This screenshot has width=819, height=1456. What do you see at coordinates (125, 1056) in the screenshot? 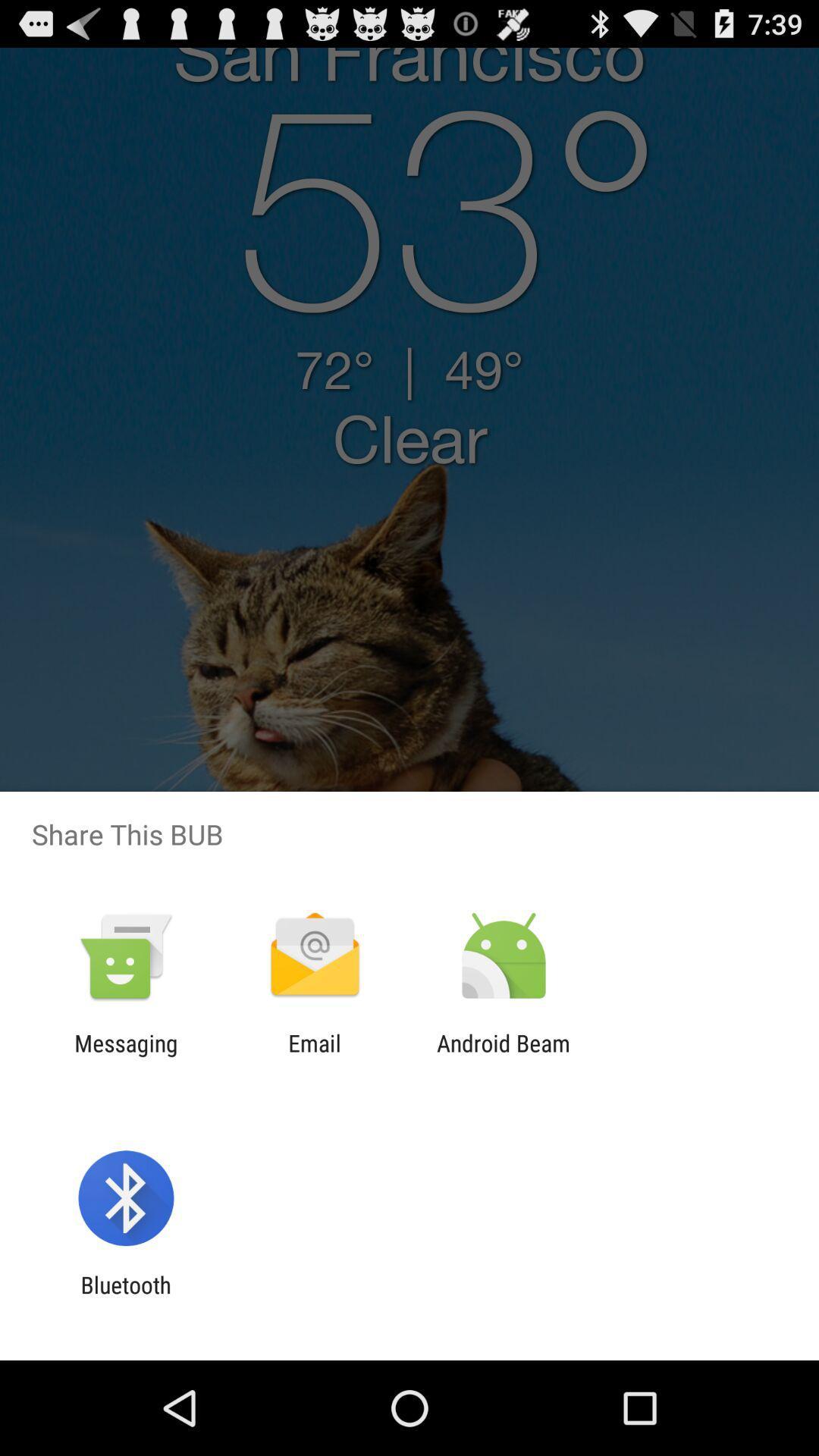
I see `icon next to the email item` at bounding box center [125, 1056].